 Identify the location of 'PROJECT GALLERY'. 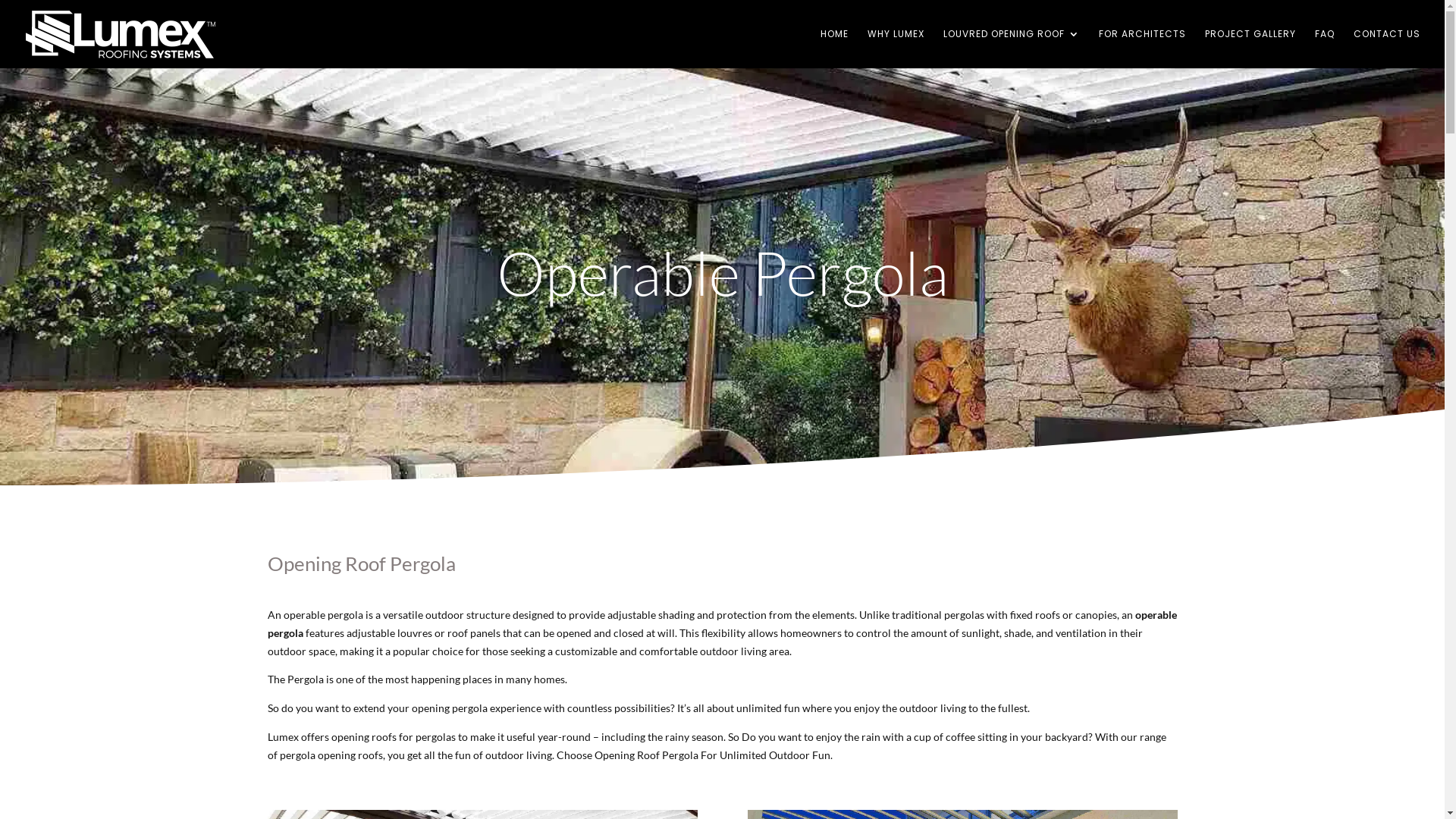
(1203, 48).